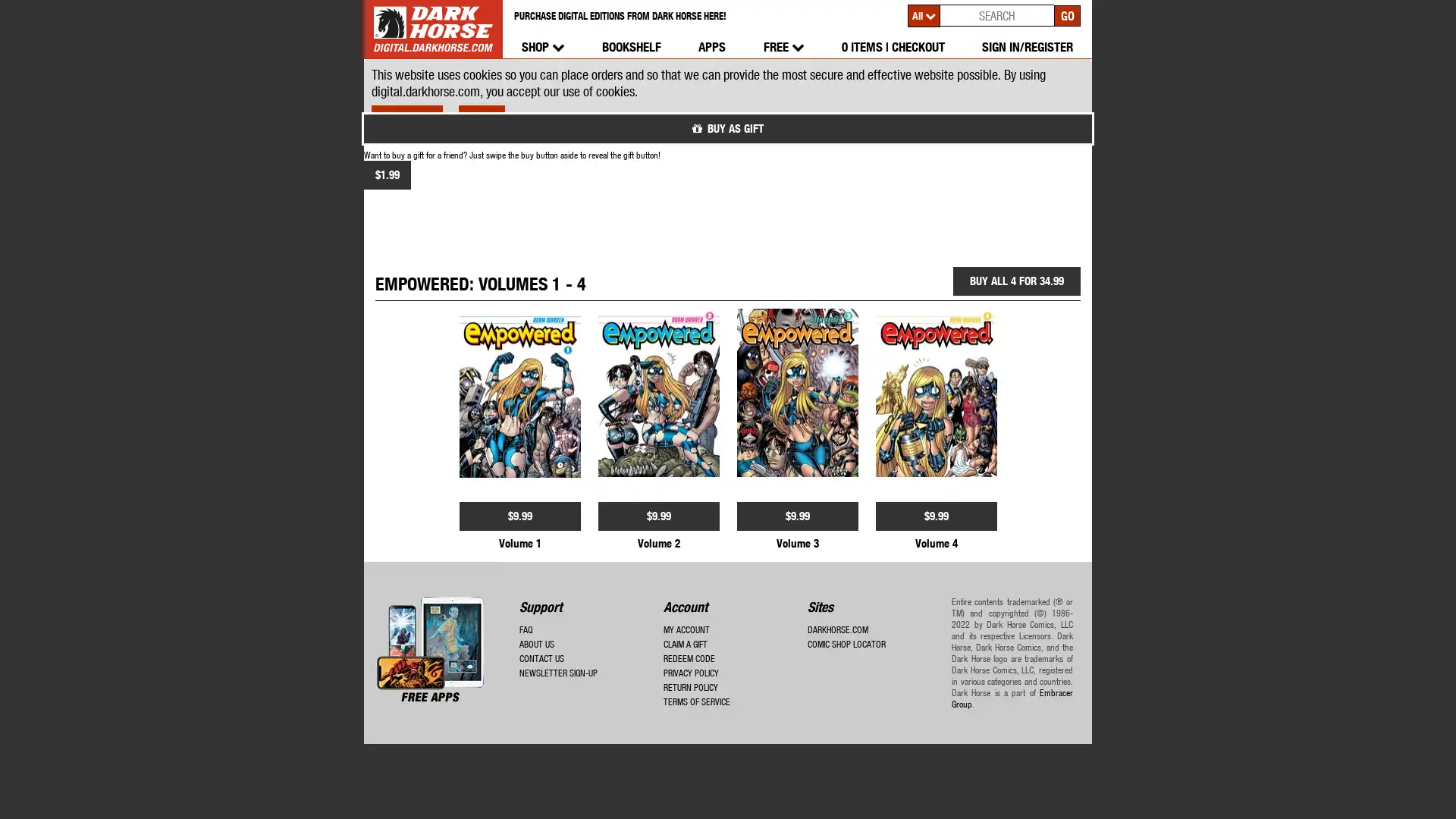  I want to click on GO, so click(1066, 14).